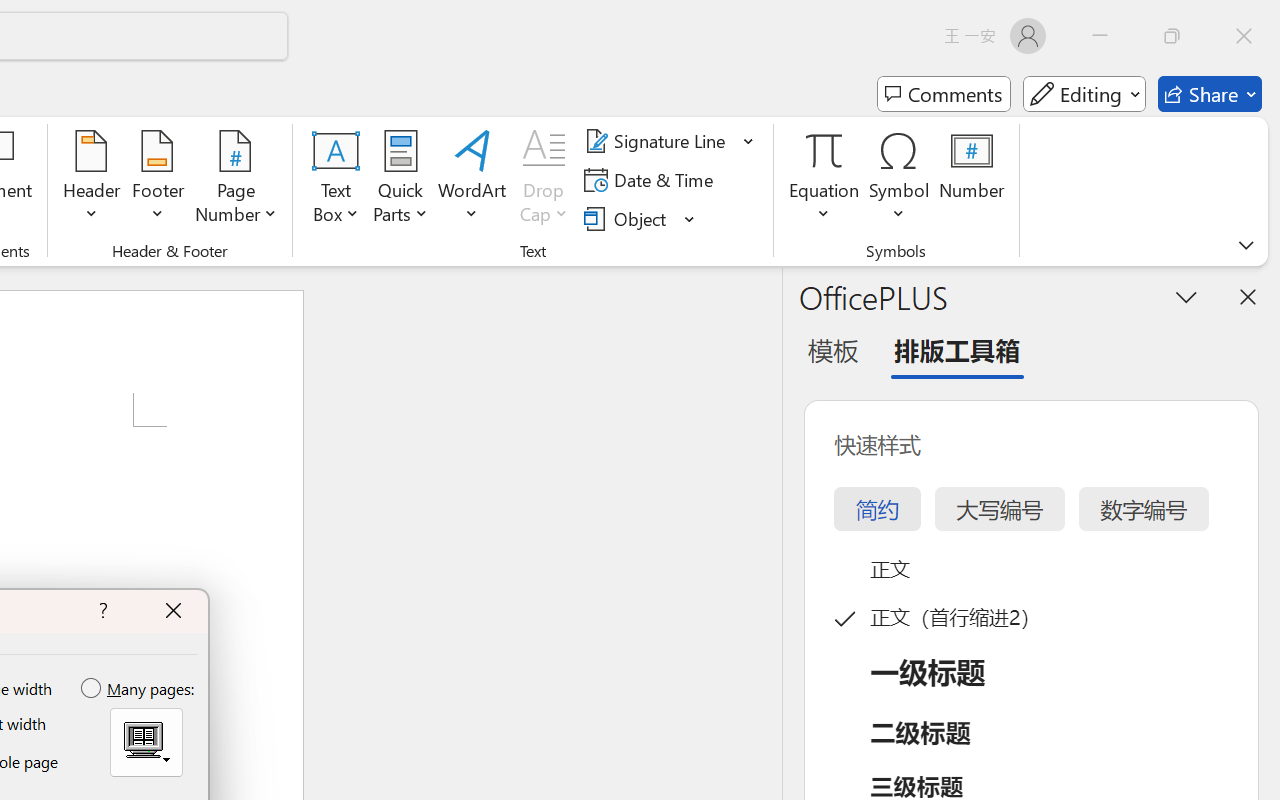 The image size is (1280, 800). I want to click on 'Text Box', so click(336, 179).